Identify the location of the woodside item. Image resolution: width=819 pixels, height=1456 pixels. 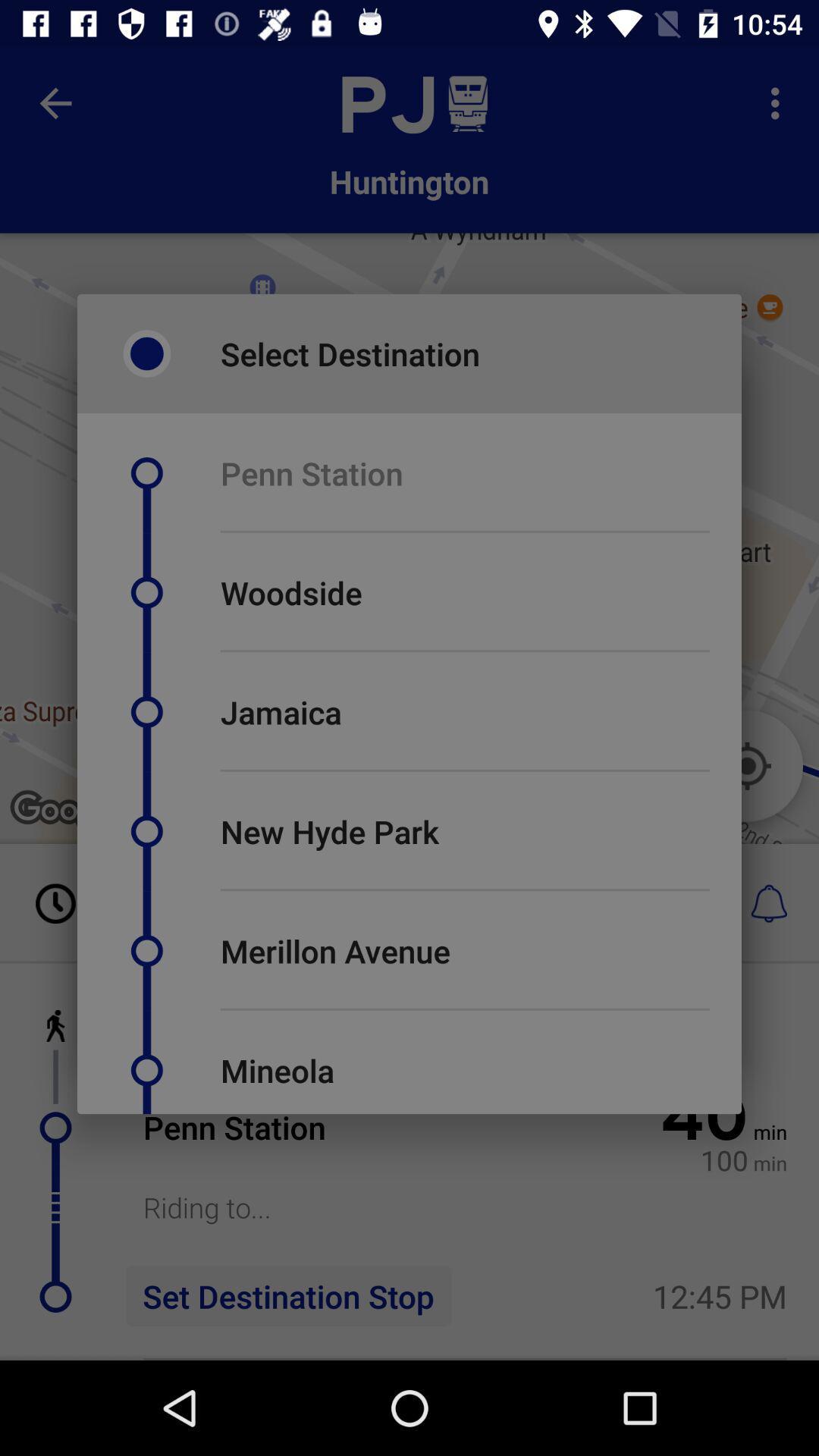
(291, 591).